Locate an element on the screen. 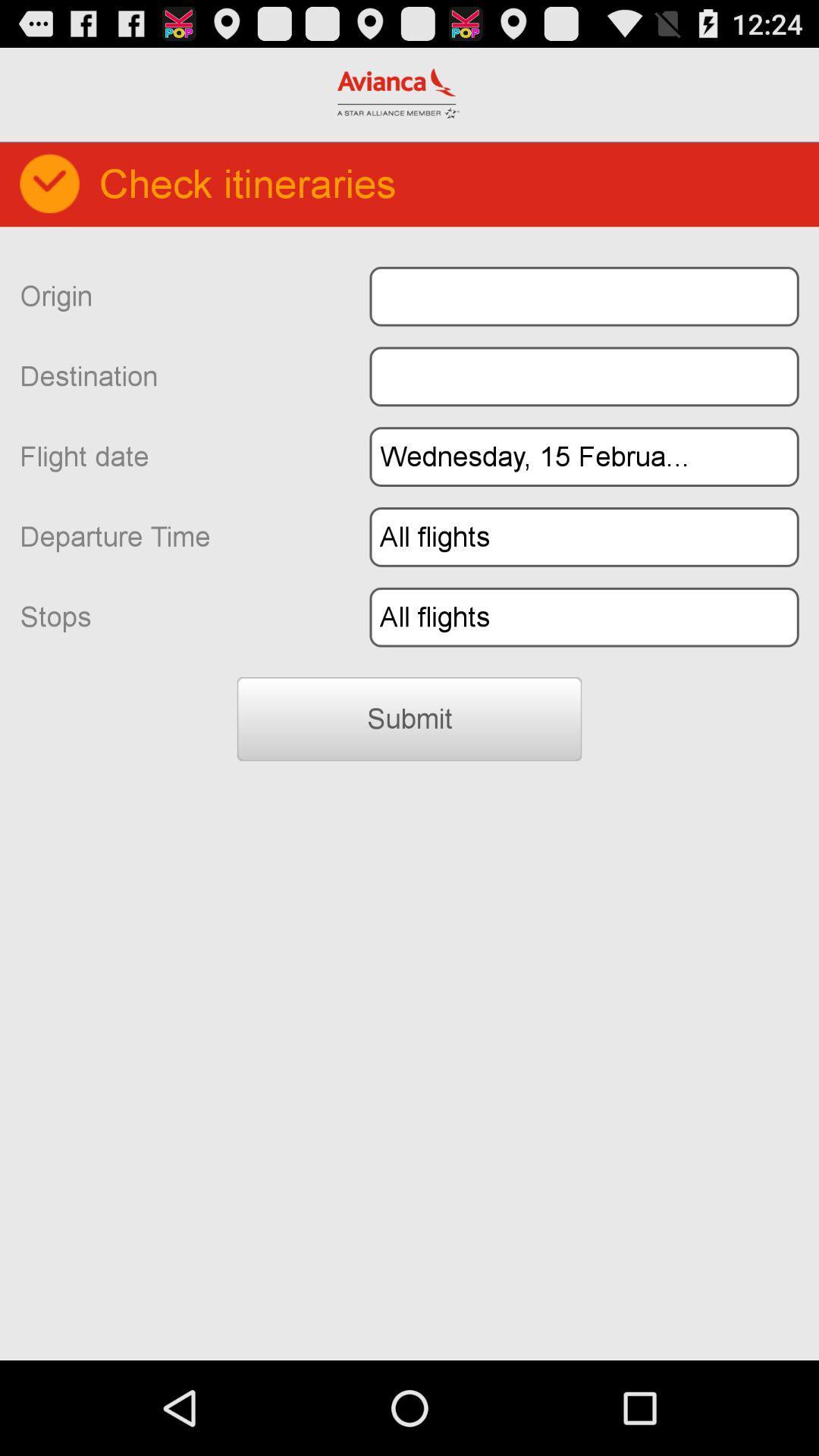  origin text box is located at coordinates (583, 297).